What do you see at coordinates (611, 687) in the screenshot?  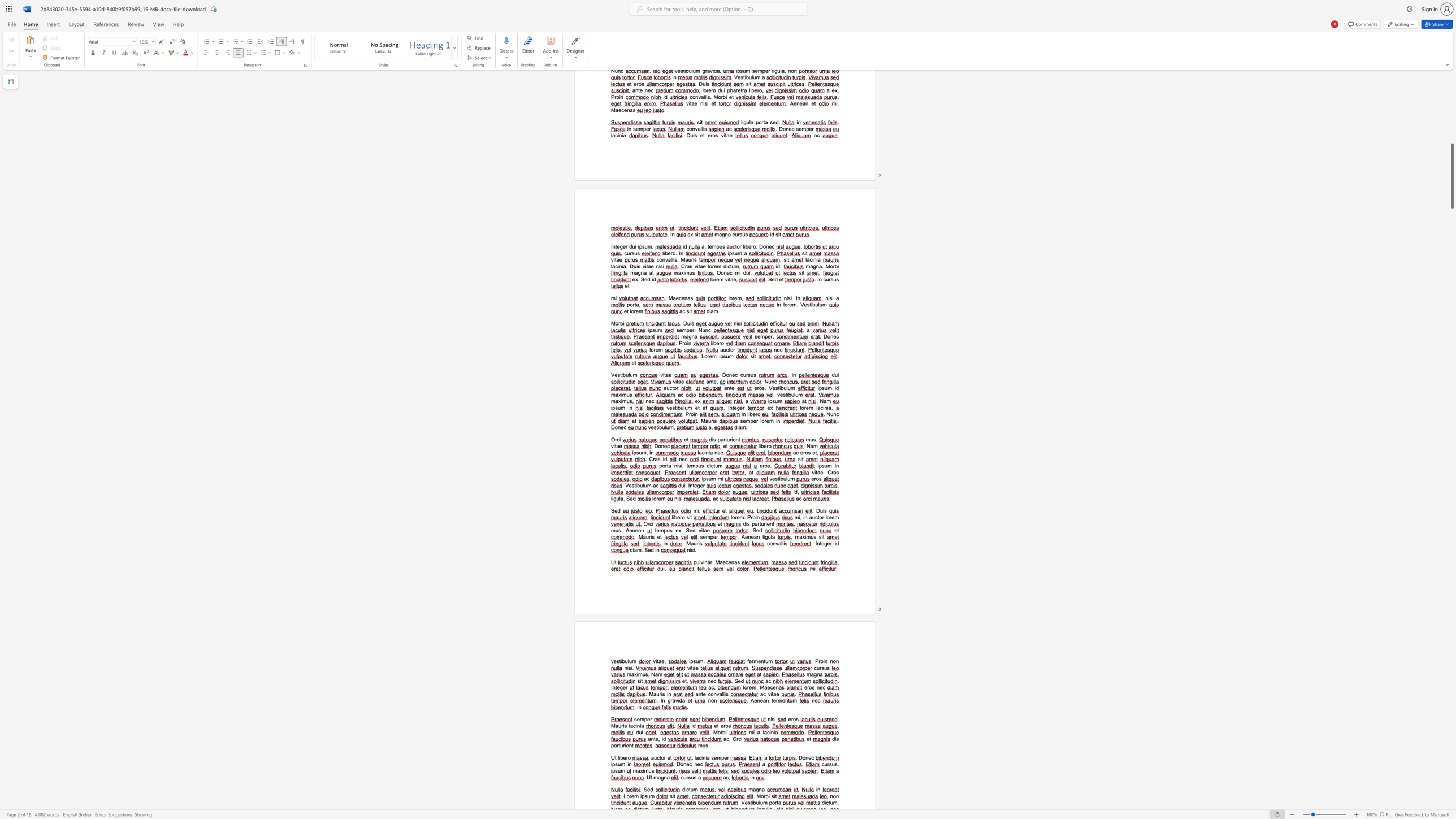 I see `the 1th character "I" in the text` at bounding box center [611, 687].